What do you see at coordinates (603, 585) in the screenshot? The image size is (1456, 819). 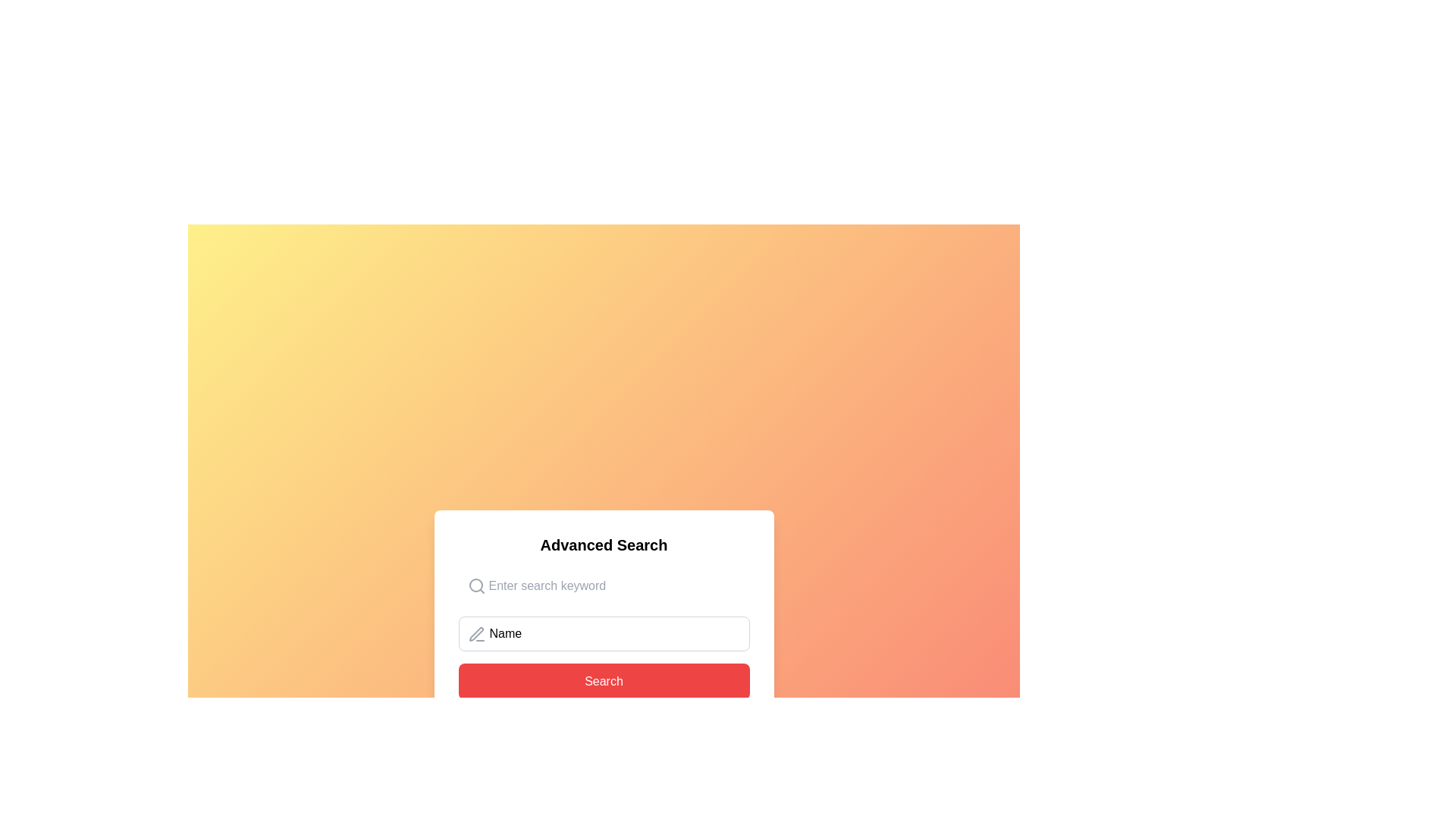 I see `the text input field with a placeholder stating 'Enter search keyword'` at bounding box center [603, 585].